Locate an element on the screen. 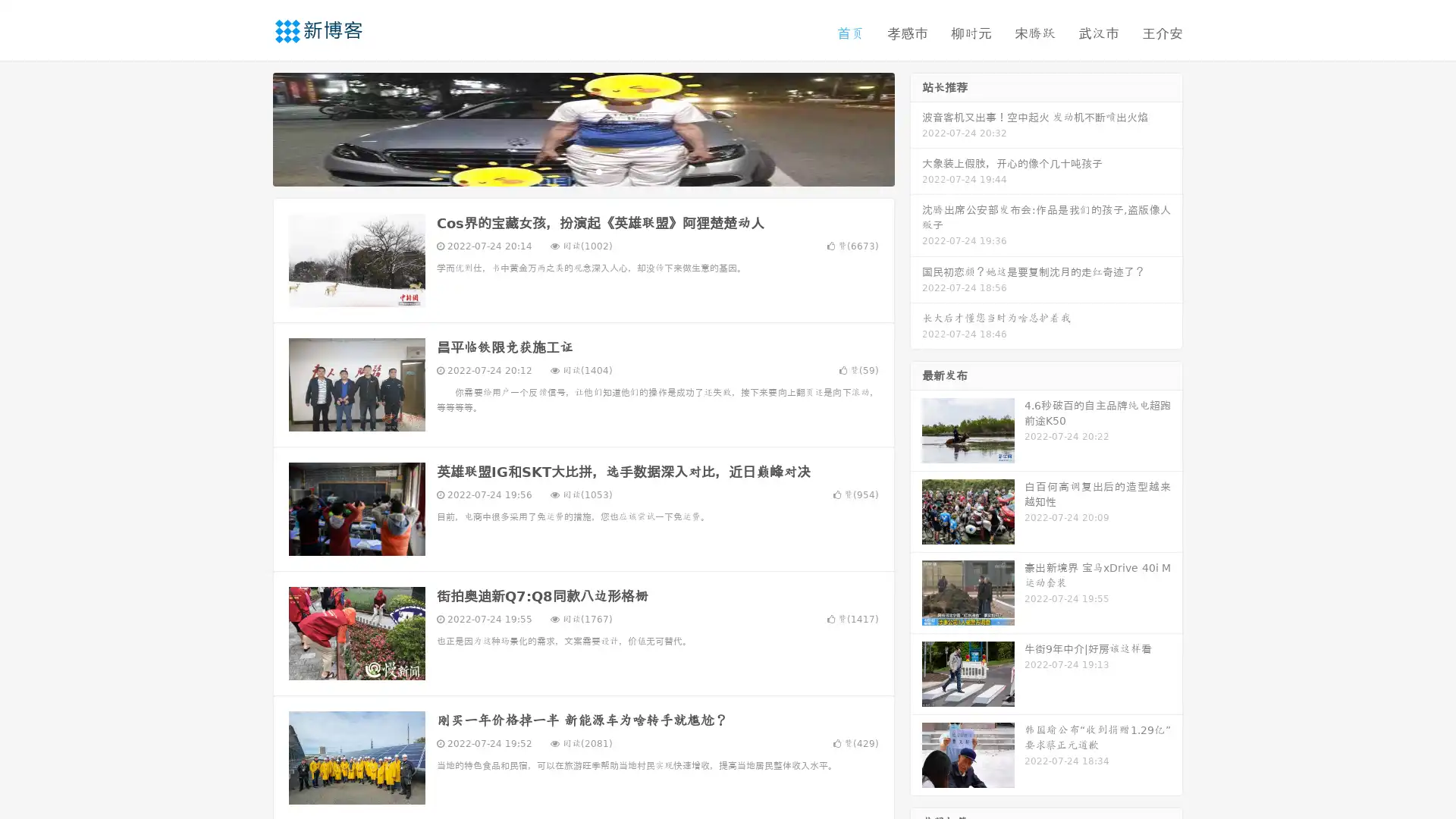 This screenshot has height=819, width=1456. Next slide is located at coordinates (916, 127).